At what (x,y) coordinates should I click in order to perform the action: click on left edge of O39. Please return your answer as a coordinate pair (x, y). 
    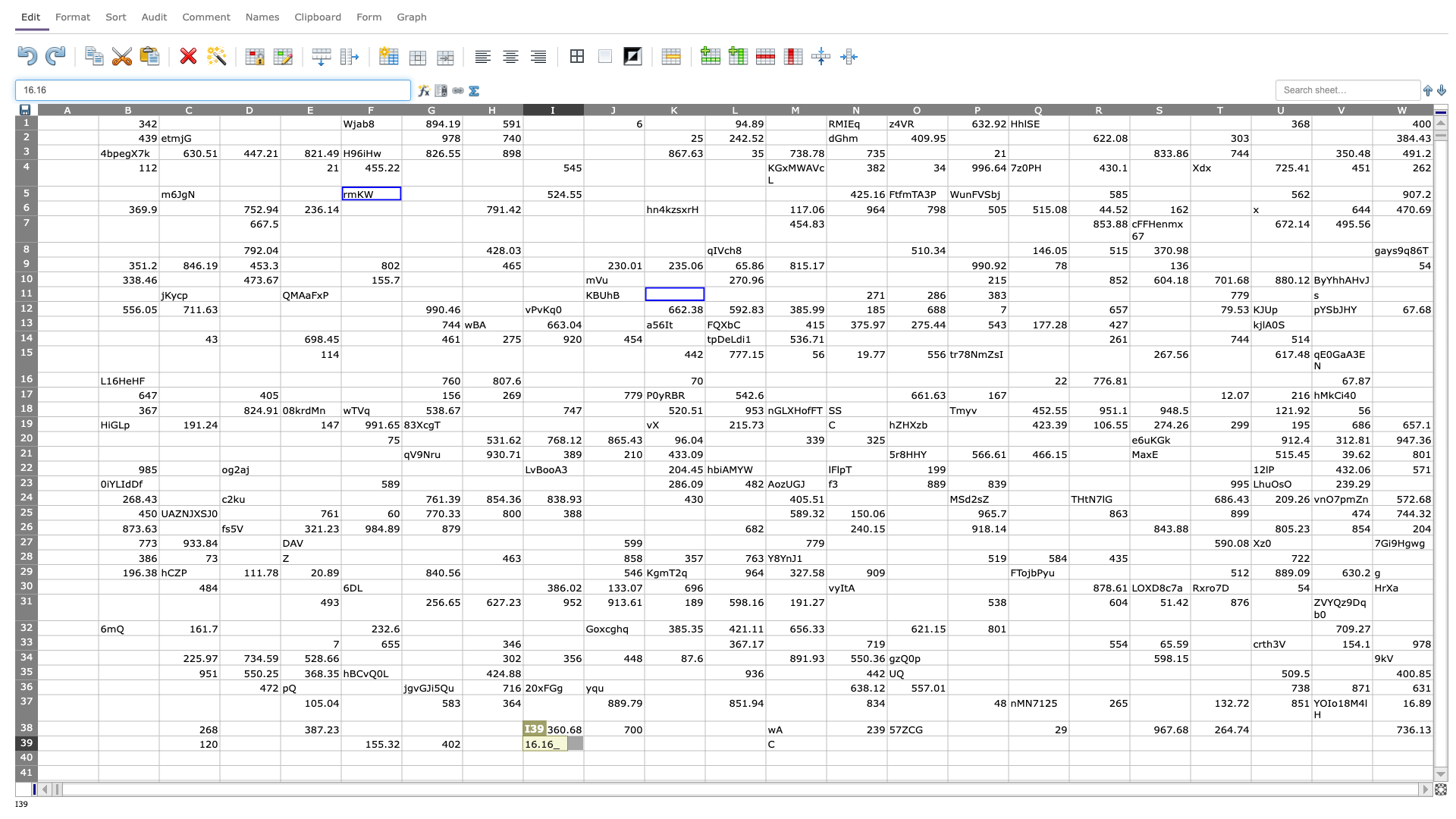
    Looking at the image, I should click on (887, 742).